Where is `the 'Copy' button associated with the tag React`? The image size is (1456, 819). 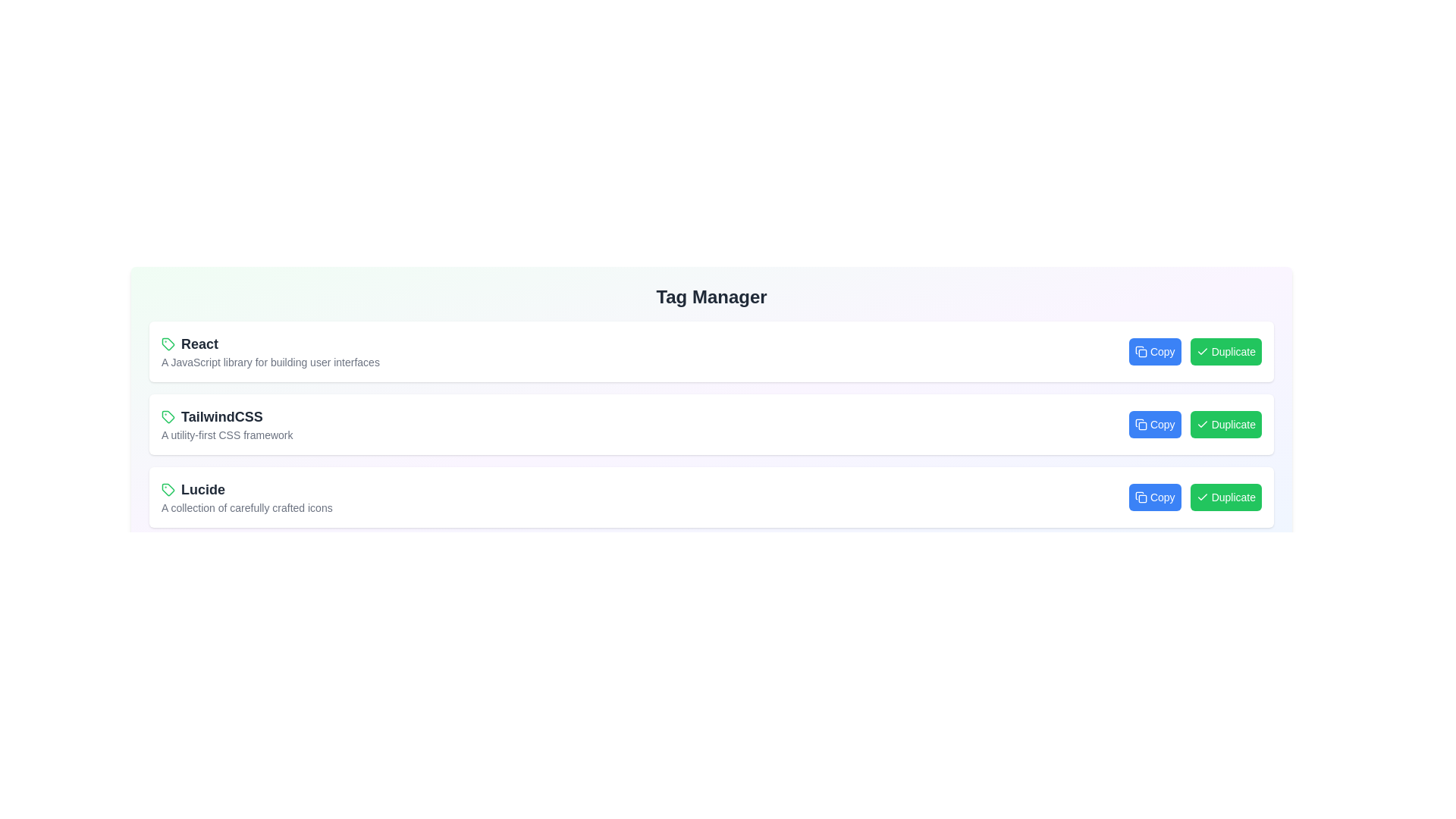
the 'Copy' button associated with the tag React is located at coordinates (1154, 351).